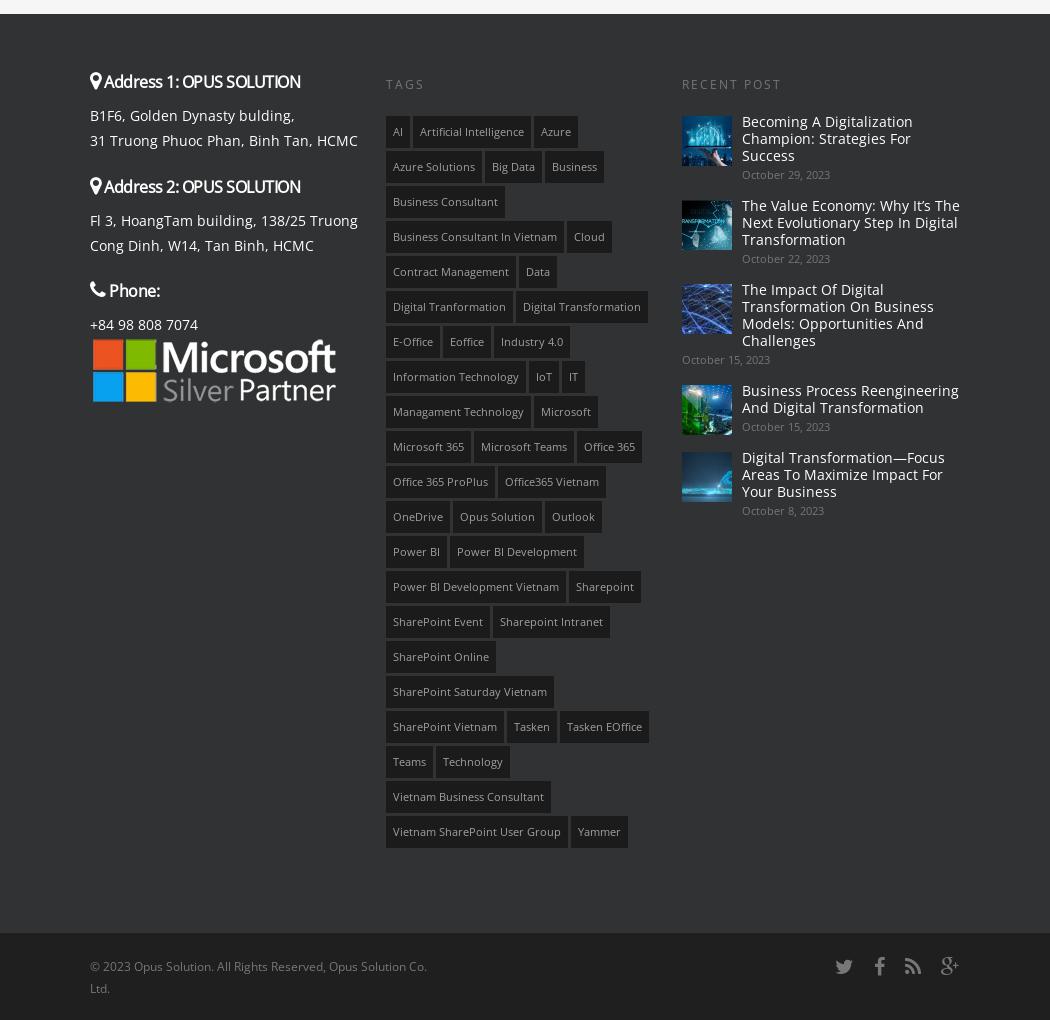  Describe the element at coordinates (142, 323) in the screenshot. I see `'+84 98 808 7074'` at that location.